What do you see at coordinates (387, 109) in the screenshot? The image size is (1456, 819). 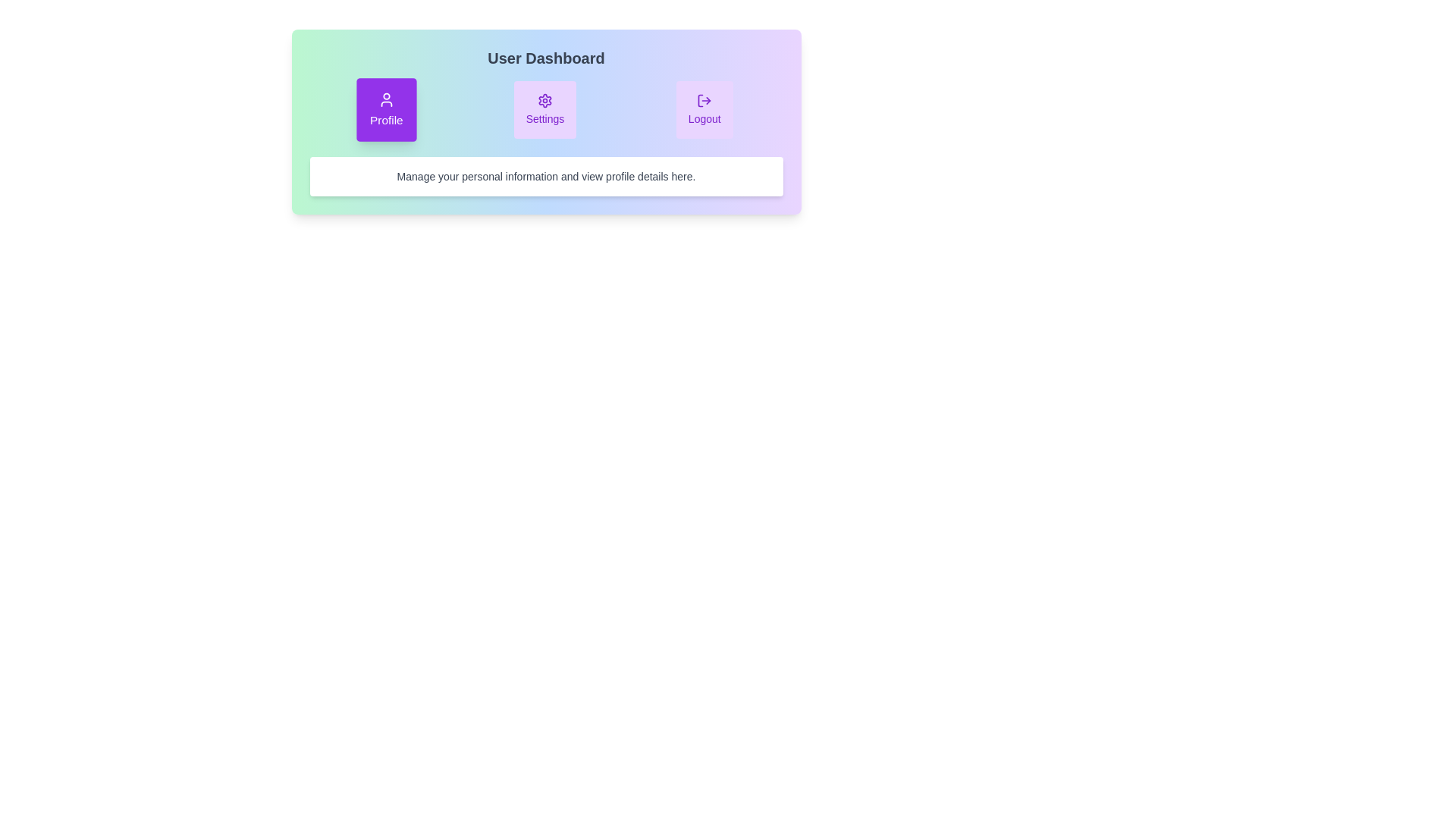 I see `the 'Profile' tab to select it` at bounding box center [387, 109].